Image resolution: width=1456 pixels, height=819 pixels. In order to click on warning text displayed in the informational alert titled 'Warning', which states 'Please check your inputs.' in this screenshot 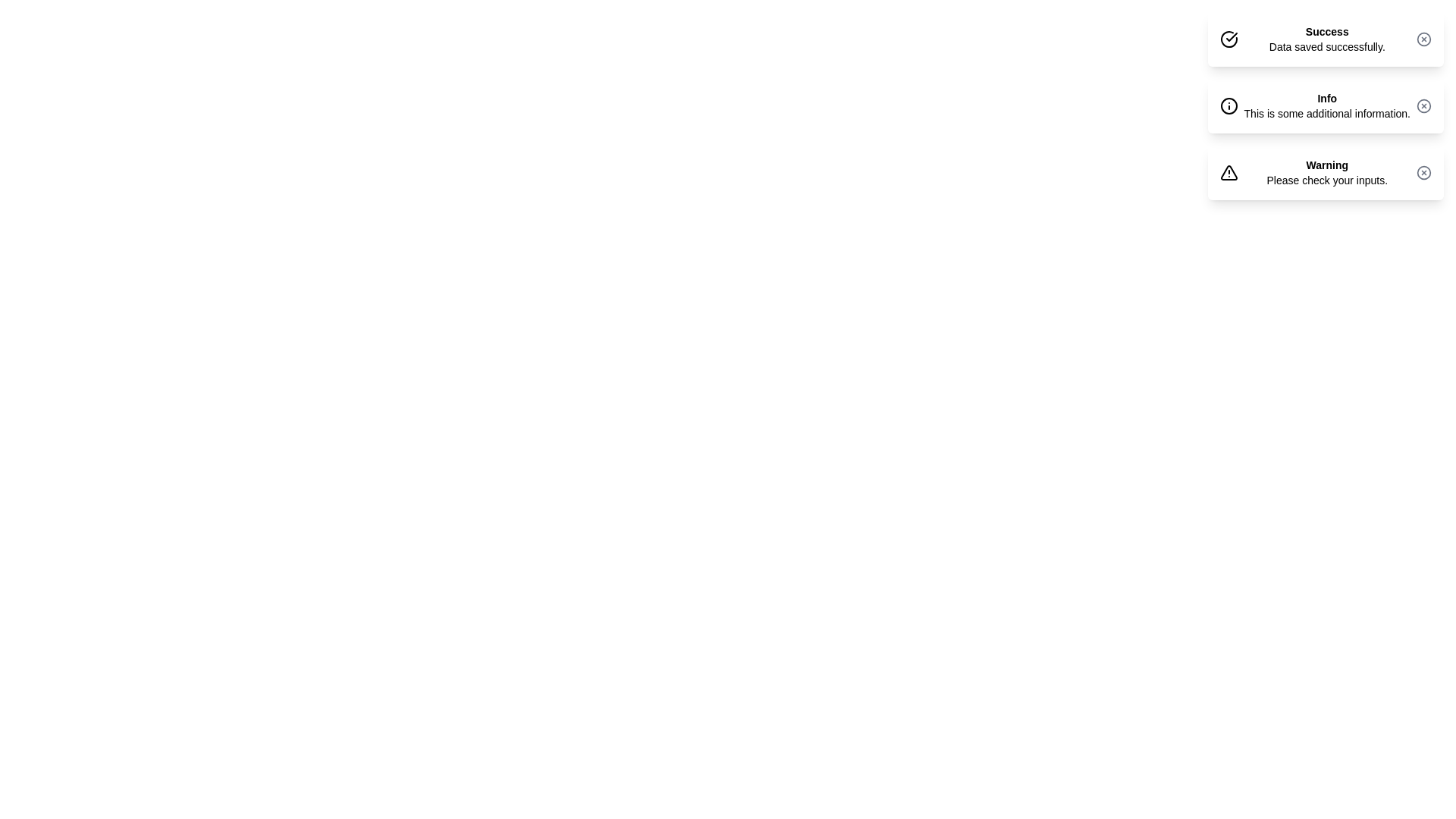, I will do `click(1326, 171)`.